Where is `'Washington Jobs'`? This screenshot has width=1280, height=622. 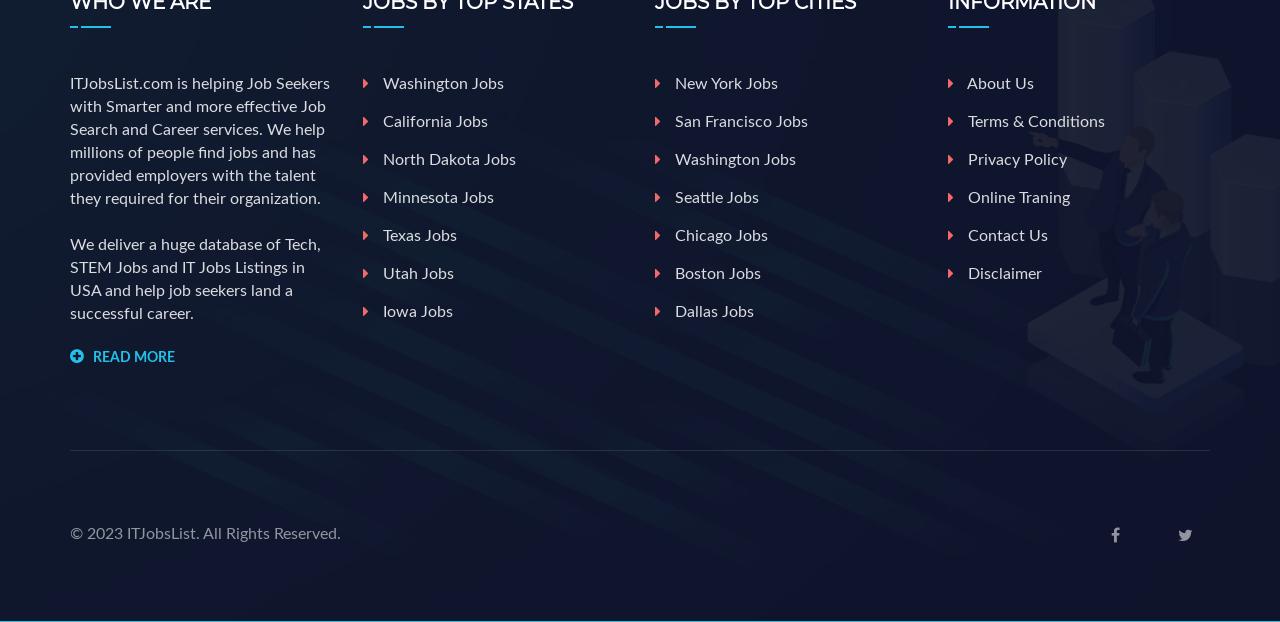
'Washington Jobs' is located at coordinates (439, 83).